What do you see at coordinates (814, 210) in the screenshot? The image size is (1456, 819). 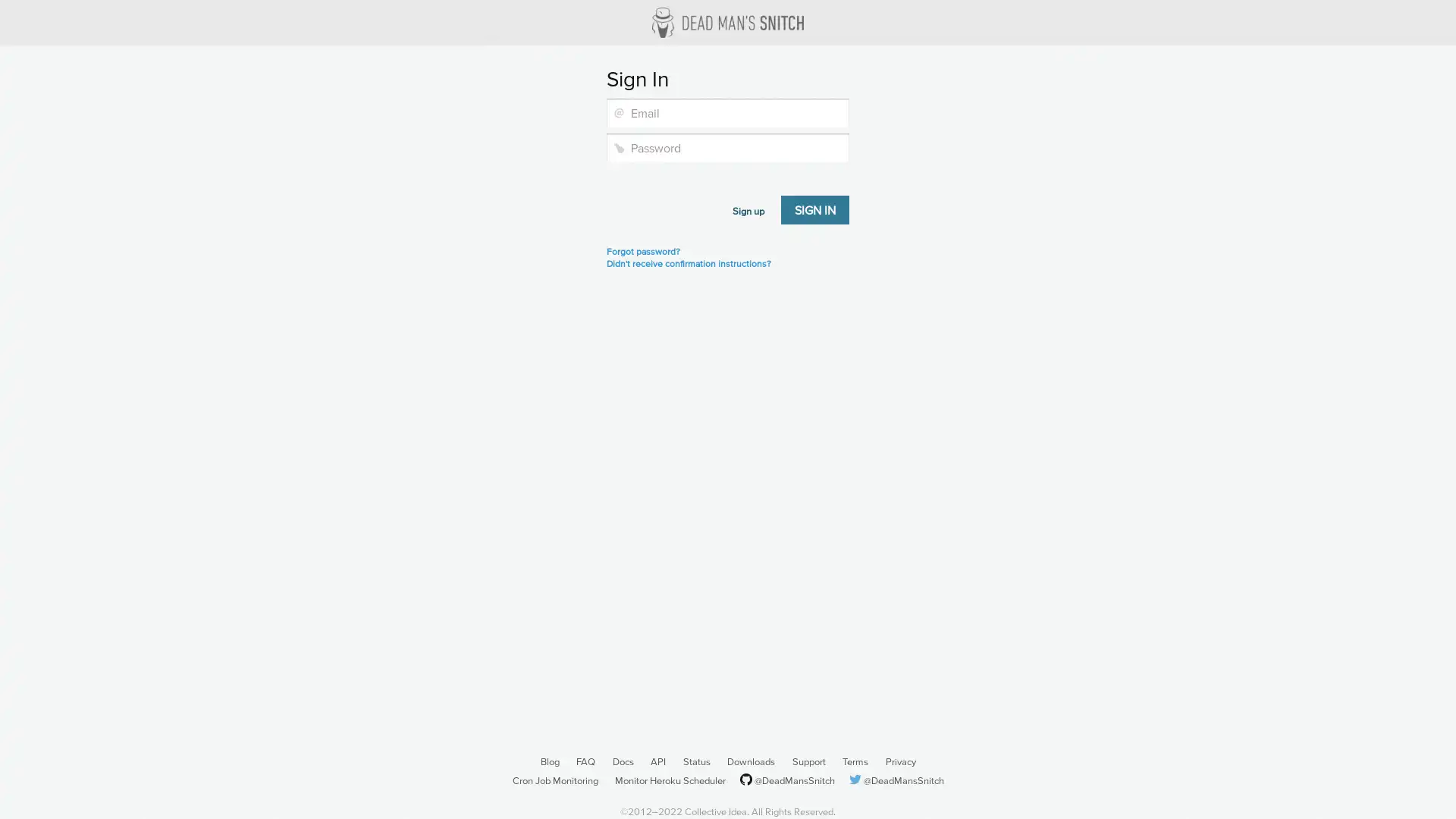 I see `Sign in` at bounding box center [814, 210].